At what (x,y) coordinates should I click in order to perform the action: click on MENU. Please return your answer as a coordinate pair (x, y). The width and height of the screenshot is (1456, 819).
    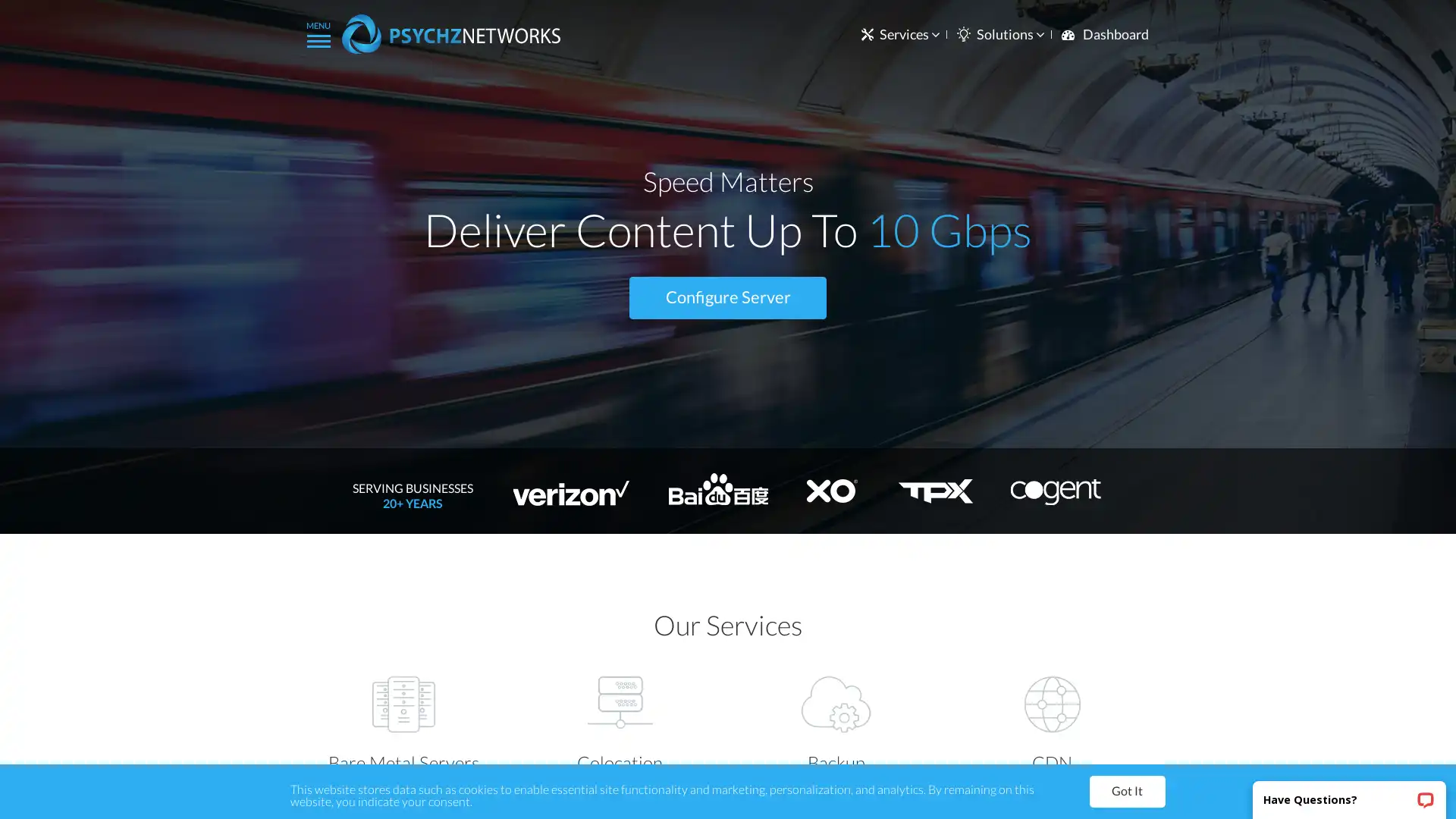
    Looking at the image, I should click on (318, 33).